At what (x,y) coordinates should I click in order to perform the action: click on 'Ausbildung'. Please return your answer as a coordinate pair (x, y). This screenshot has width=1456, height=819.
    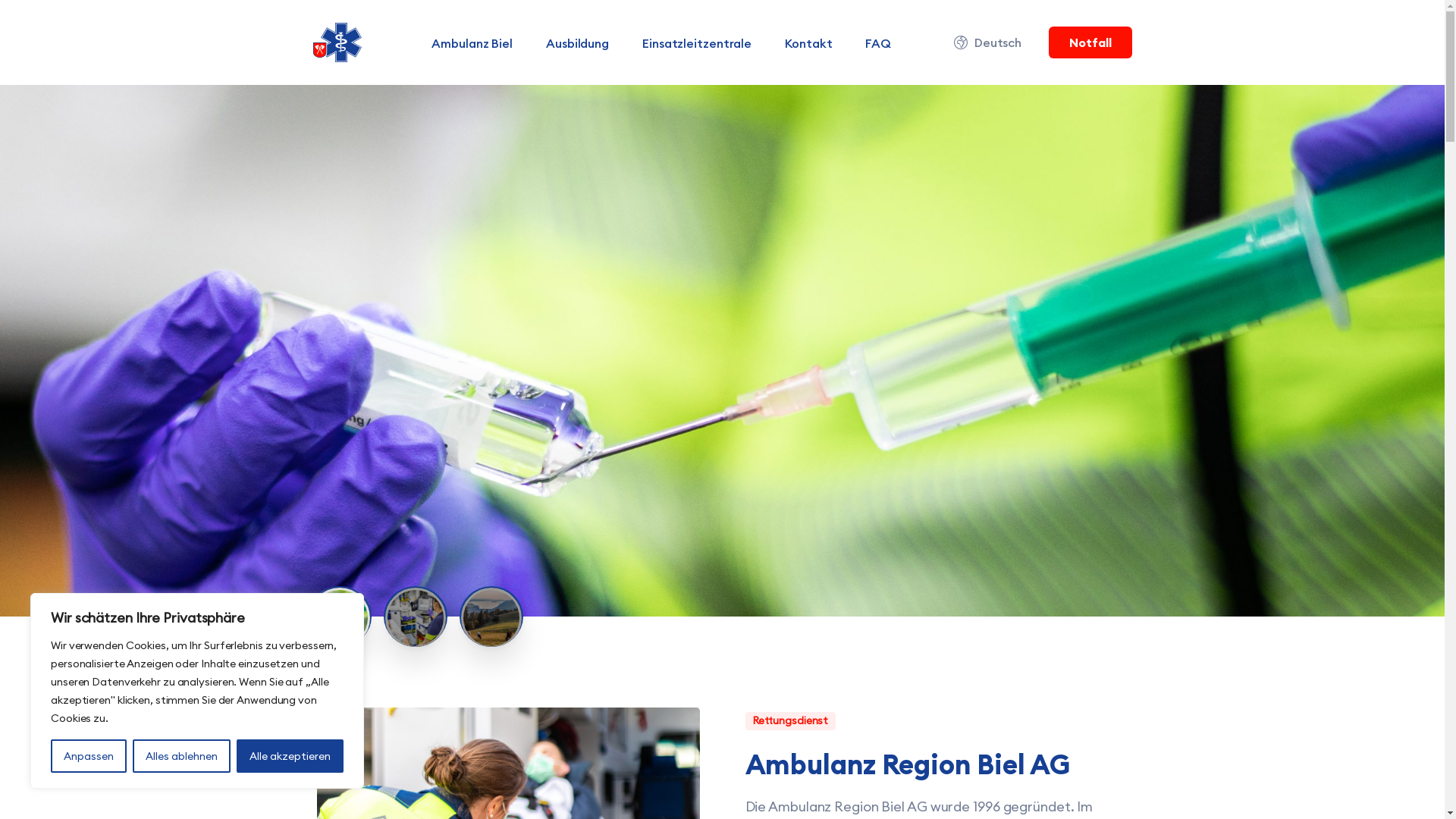
    Looking at the image, I should click on (576, 42).